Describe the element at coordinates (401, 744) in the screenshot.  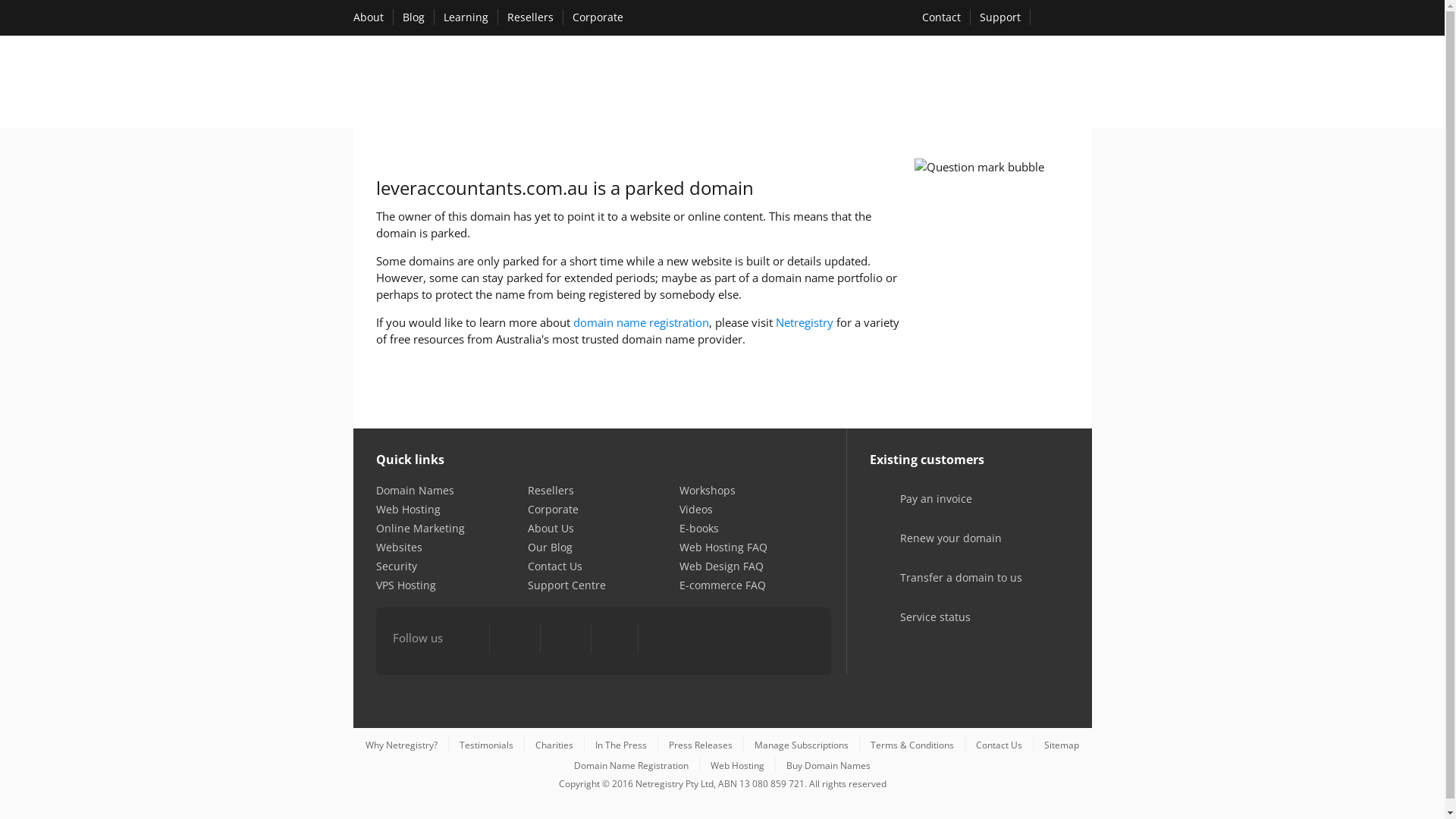
I see `'Why Netregistry?'` at that location.